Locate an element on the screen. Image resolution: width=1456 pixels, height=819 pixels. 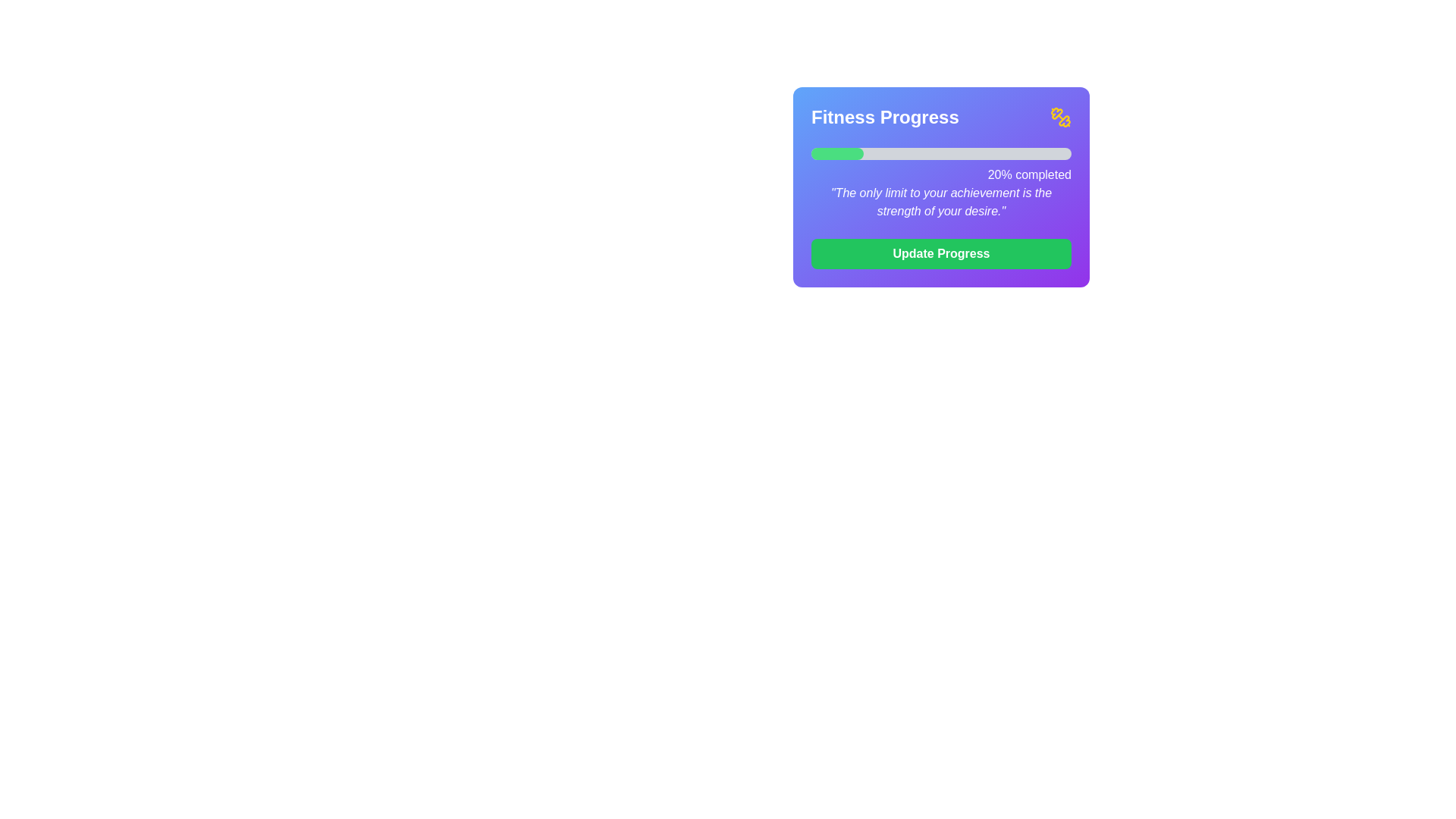
the horizontal progress bar indicating 20% progress, located in the top-central part of the 'Fitness Progress' section is located at coordinates (940, 154).